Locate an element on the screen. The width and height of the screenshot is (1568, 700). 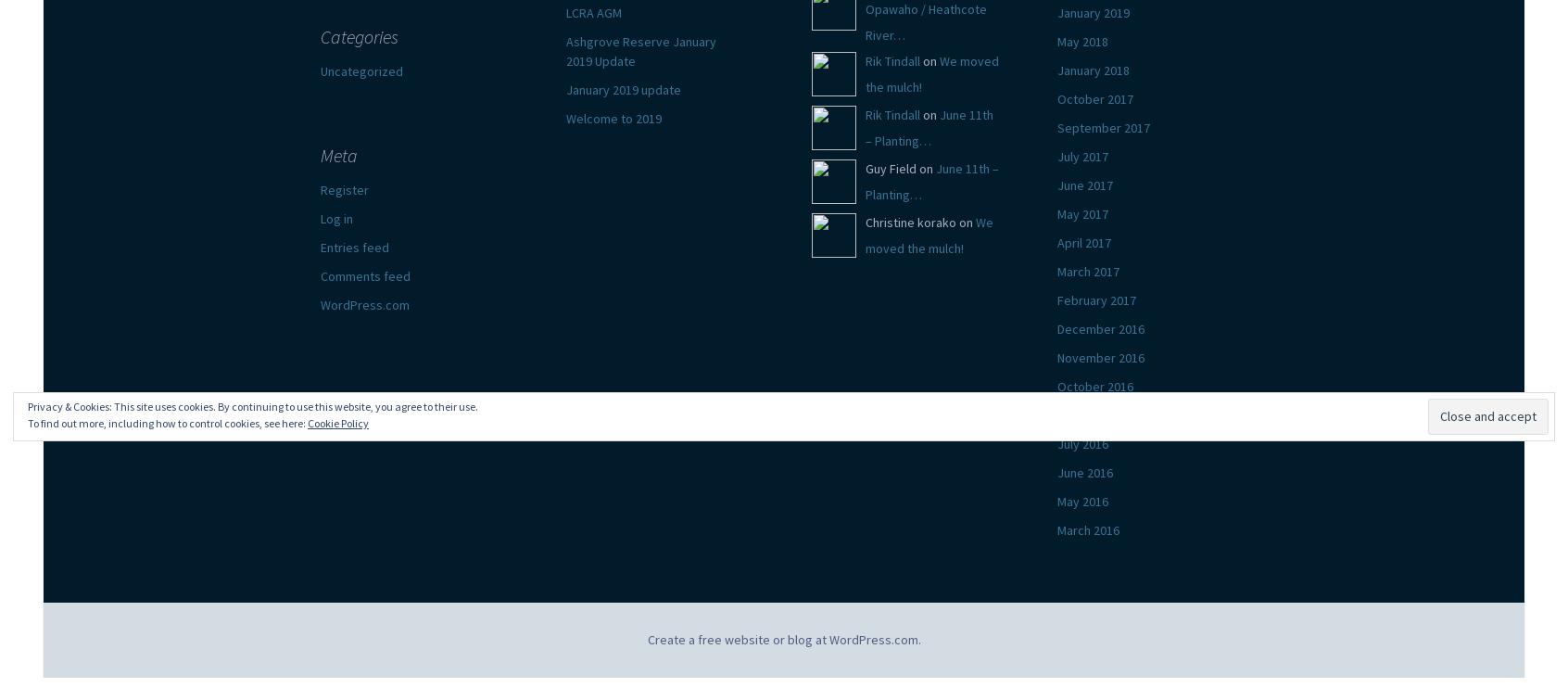
'LCRA AGM' is located at coordinates (564, 11).